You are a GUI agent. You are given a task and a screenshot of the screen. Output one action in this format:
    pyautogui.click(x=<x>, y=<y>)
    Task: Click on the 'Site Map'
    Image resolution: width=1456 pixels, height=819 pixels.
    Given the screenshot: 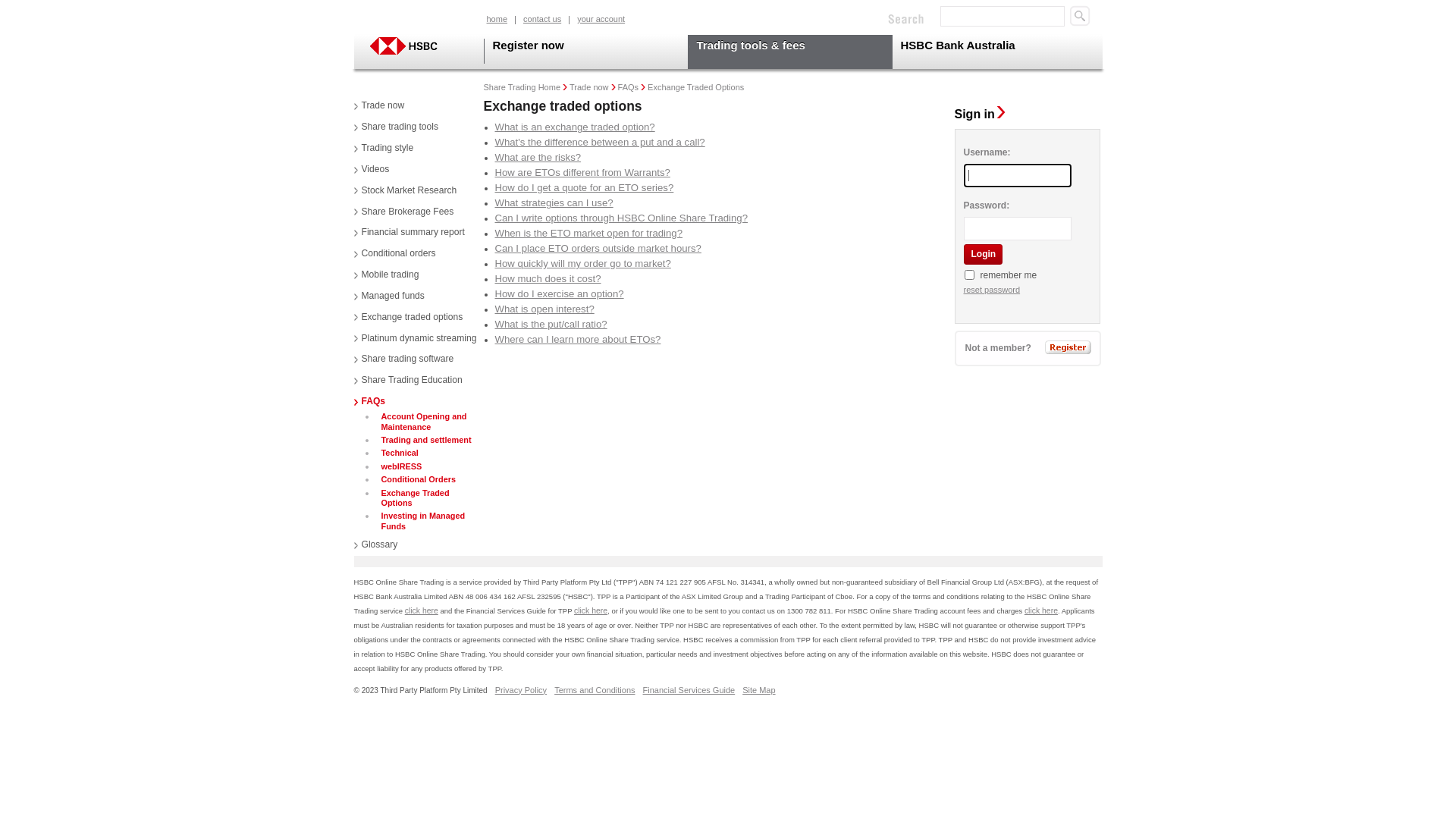 What is the action you would take?
    pyautogui.click(x=758, y=690)
    